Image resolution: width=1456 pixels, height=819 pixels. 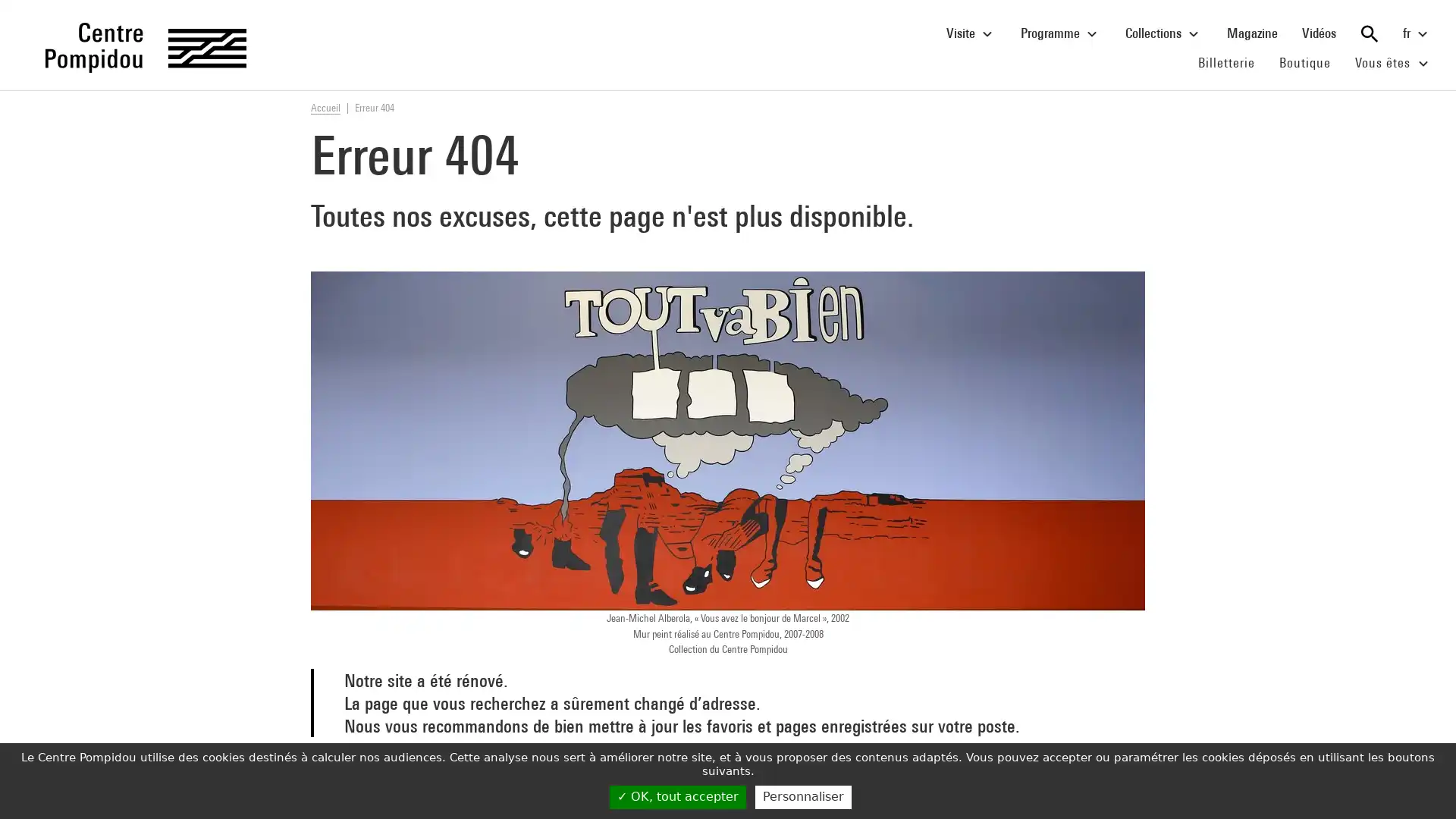 I want to click on OK, tout accepter, so click(x=676, y=796).